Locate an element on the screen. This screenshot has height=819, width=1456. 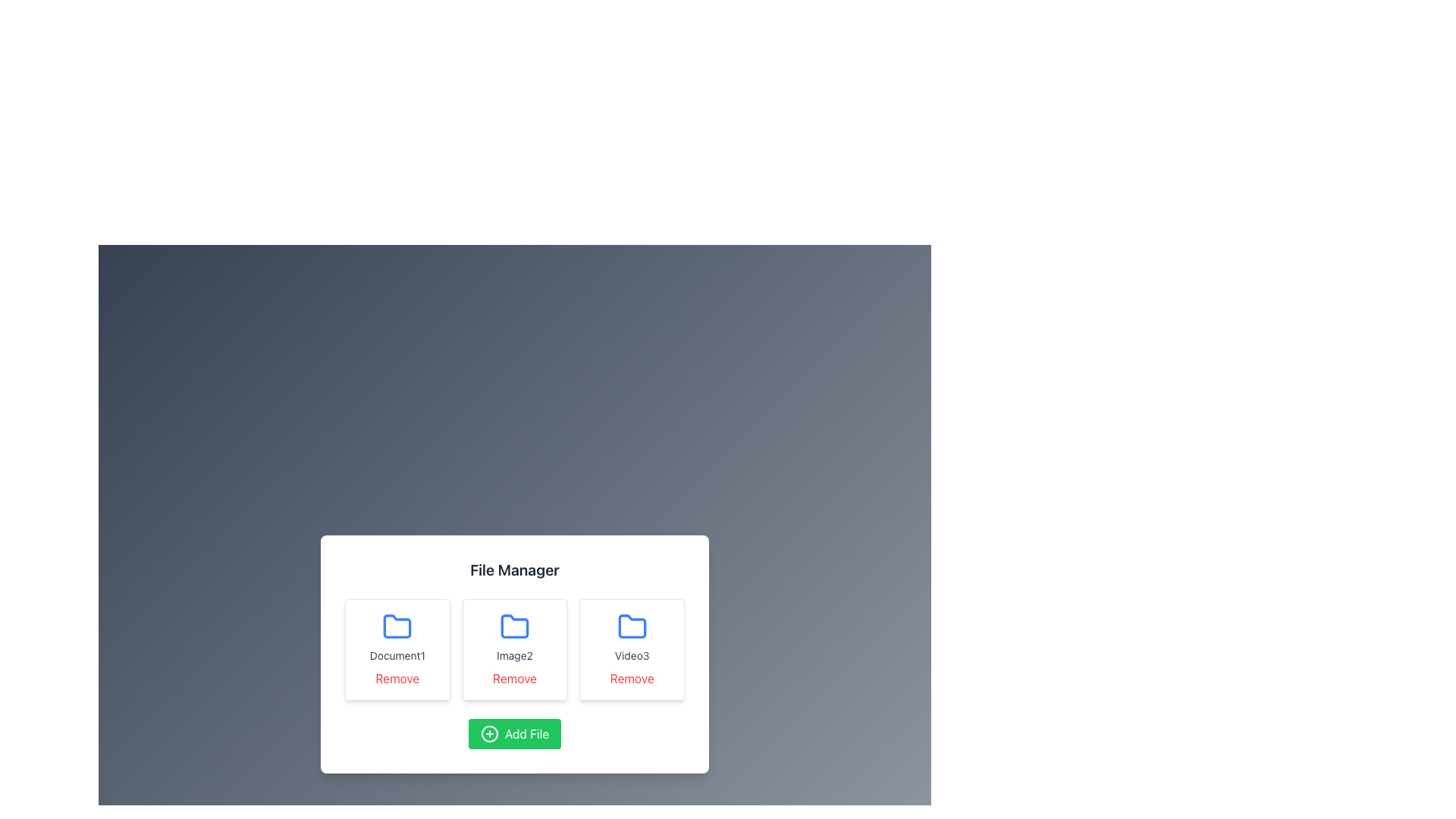
the file item labeled 'Image2' with a folder-like icon in the 'File Manager' interface is located at coordinates (514, 648).